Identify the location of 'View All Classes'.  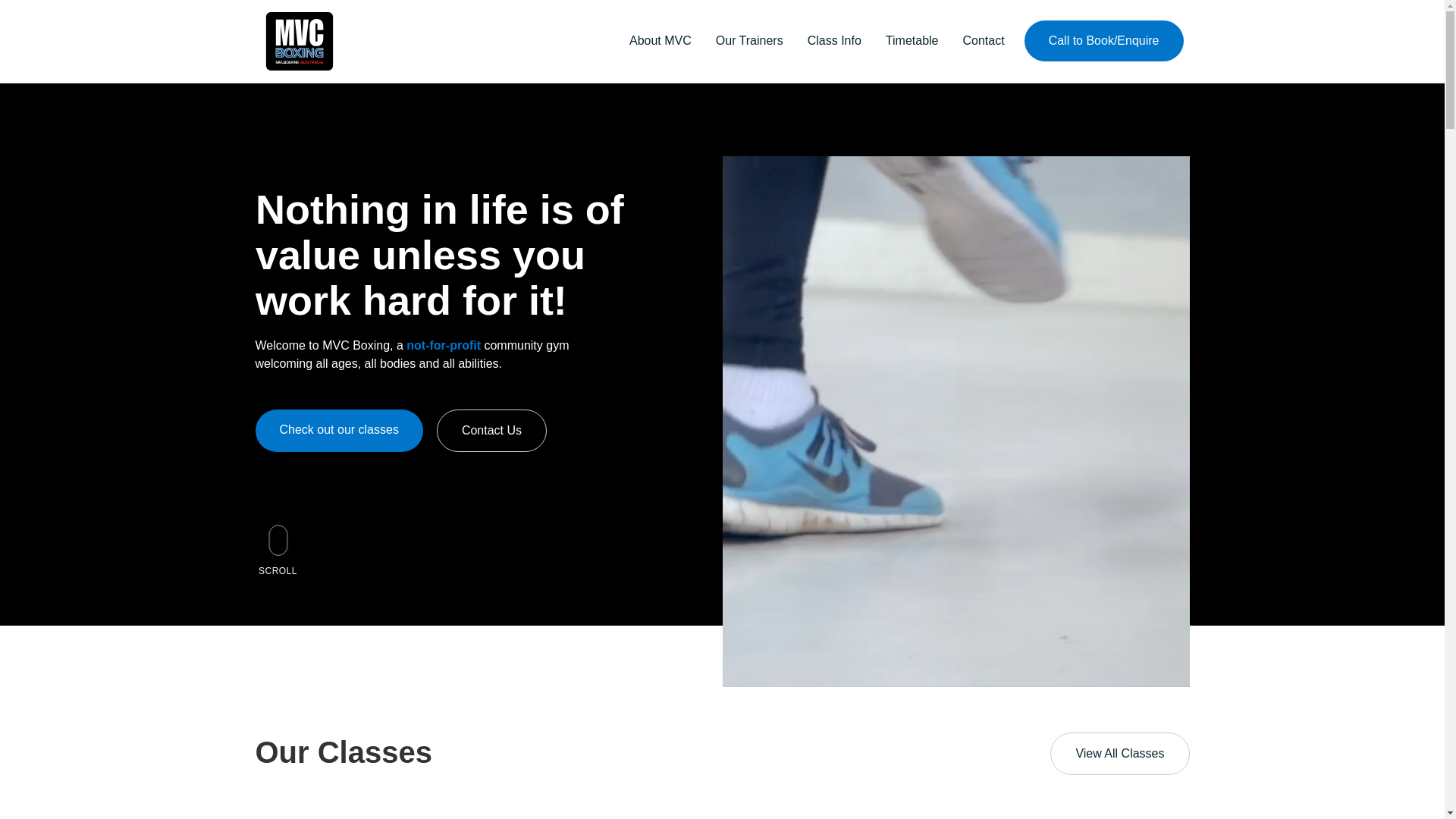
(1119, 754).